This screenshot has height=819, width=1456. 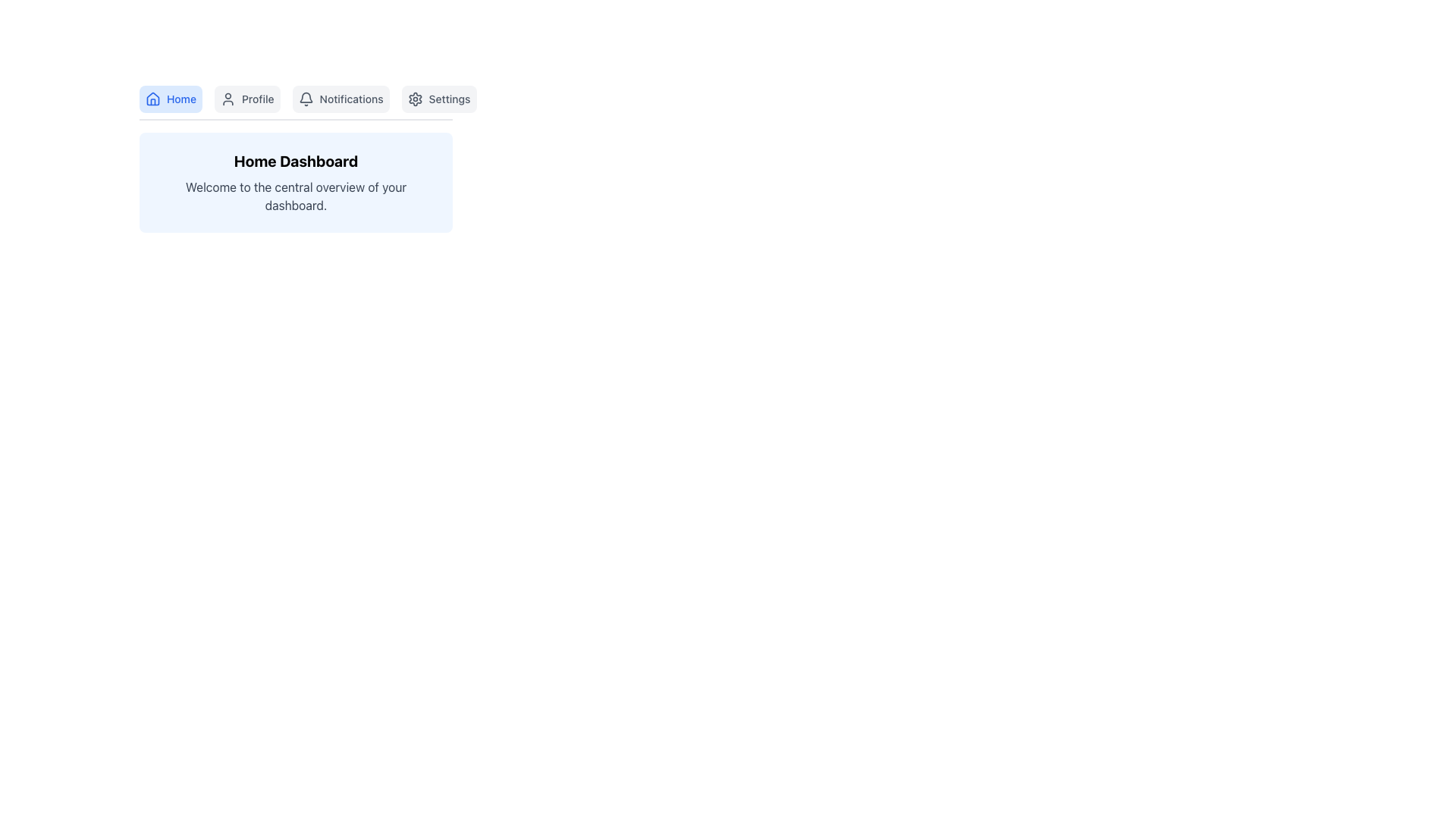 I want to click on the 'Settings' icon located at the top-right corner of the interface, so click(x=415, y=99).